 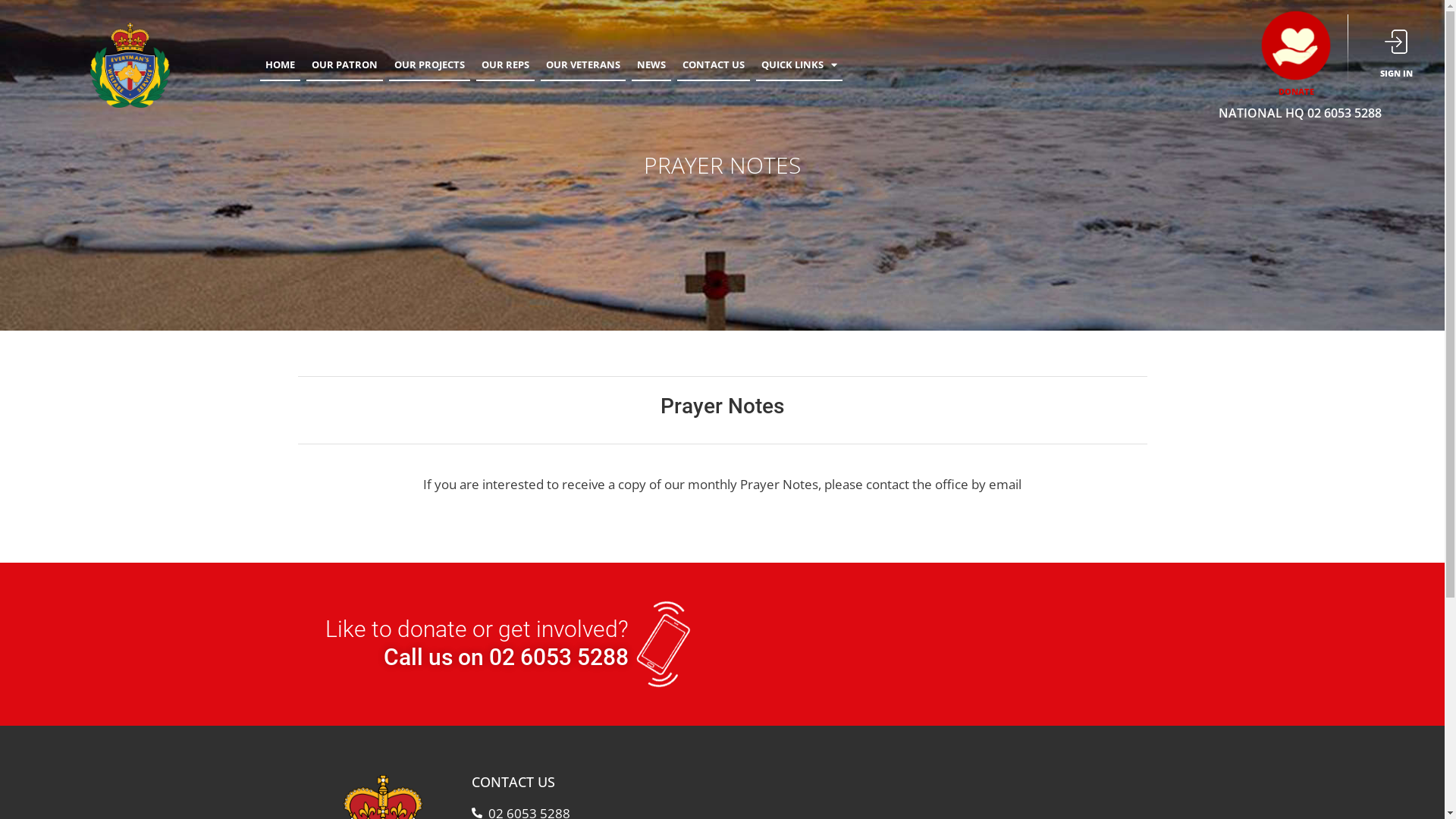 I want to click on 'HOME', so click(x=280, y=64).